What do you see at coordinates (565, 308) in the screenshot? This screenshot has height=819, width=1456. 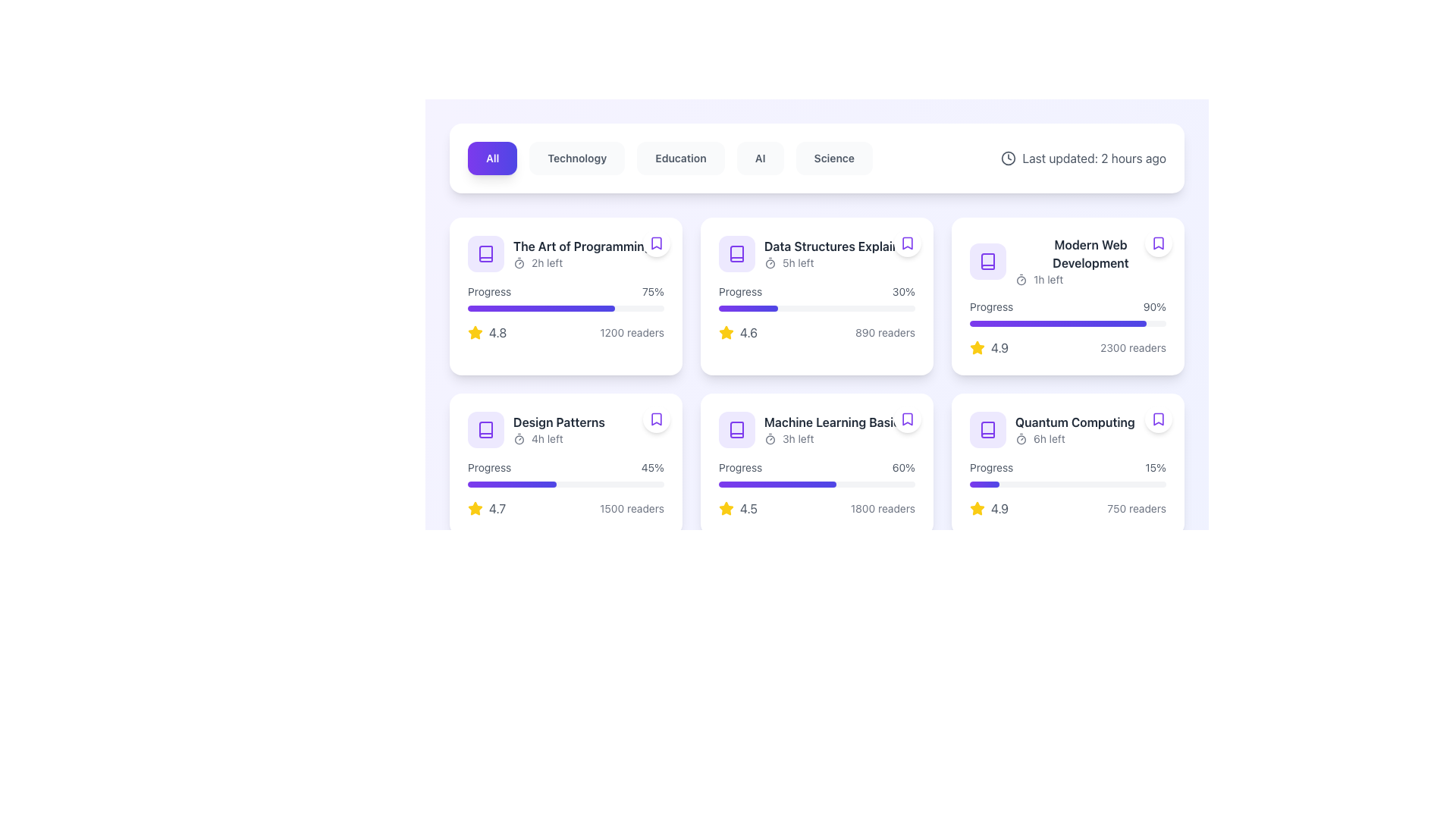 I see `the progress bar styled with rounded ends, located in the 'The Art of Programming' card, beneath the 'Progress' label and next to the '75%' label` at bounding box center [565, 308].